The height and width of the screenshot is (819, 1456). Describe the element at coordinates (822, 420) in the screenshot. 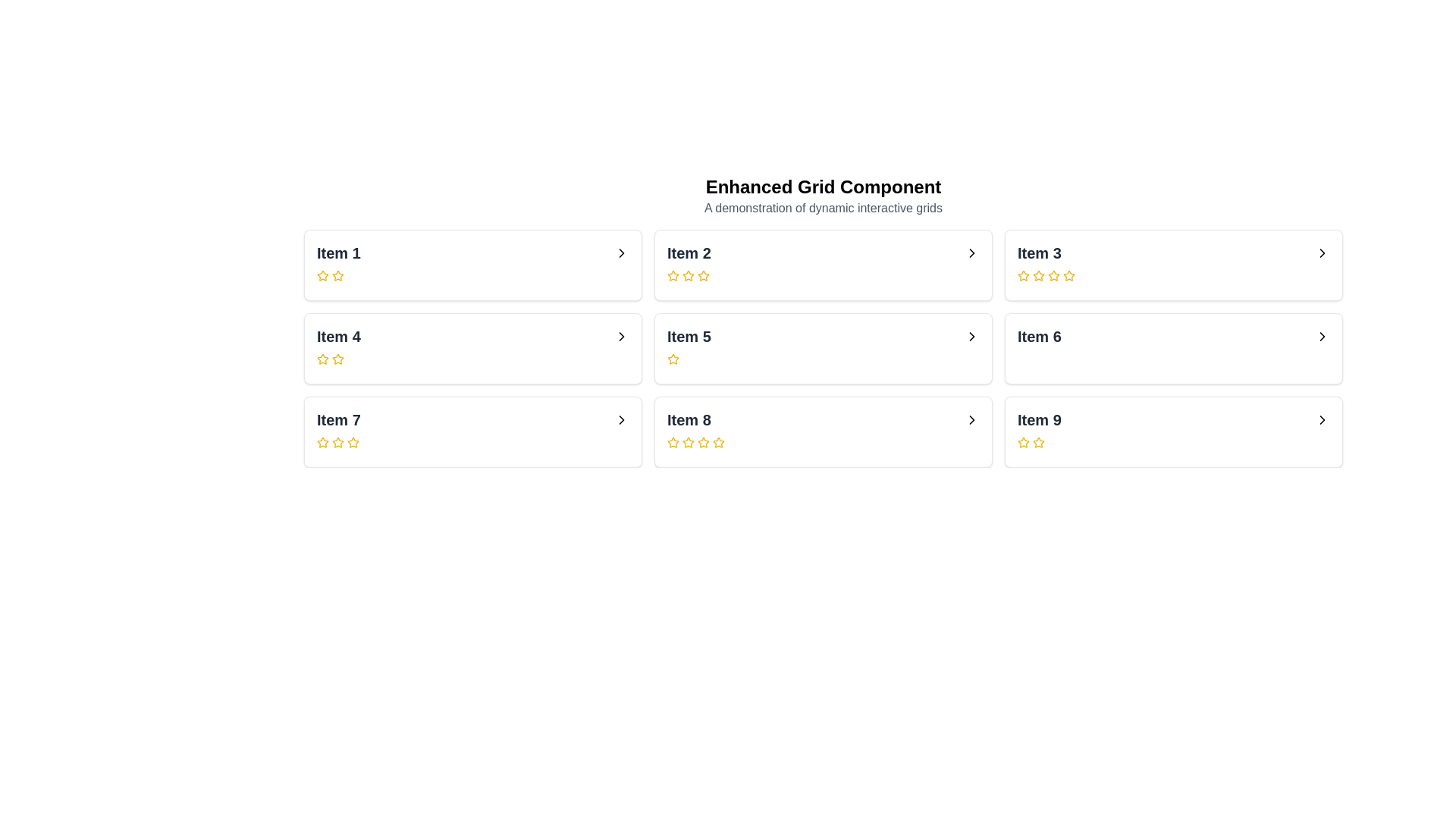

I see `the navigational entry for 'Item 8'` at that location.